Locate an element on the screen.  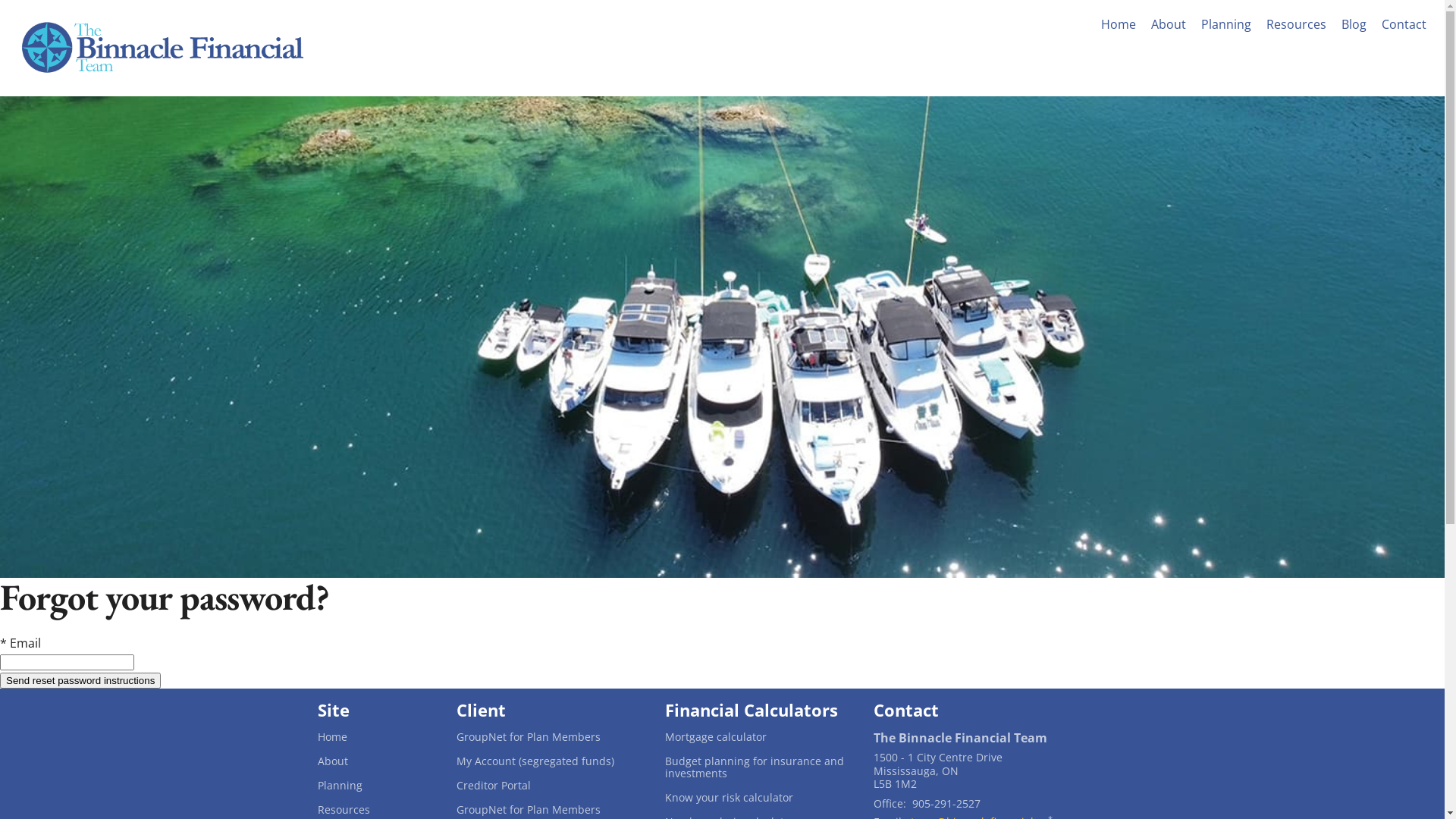
'Blog' is located at coordinates (1354, 24).